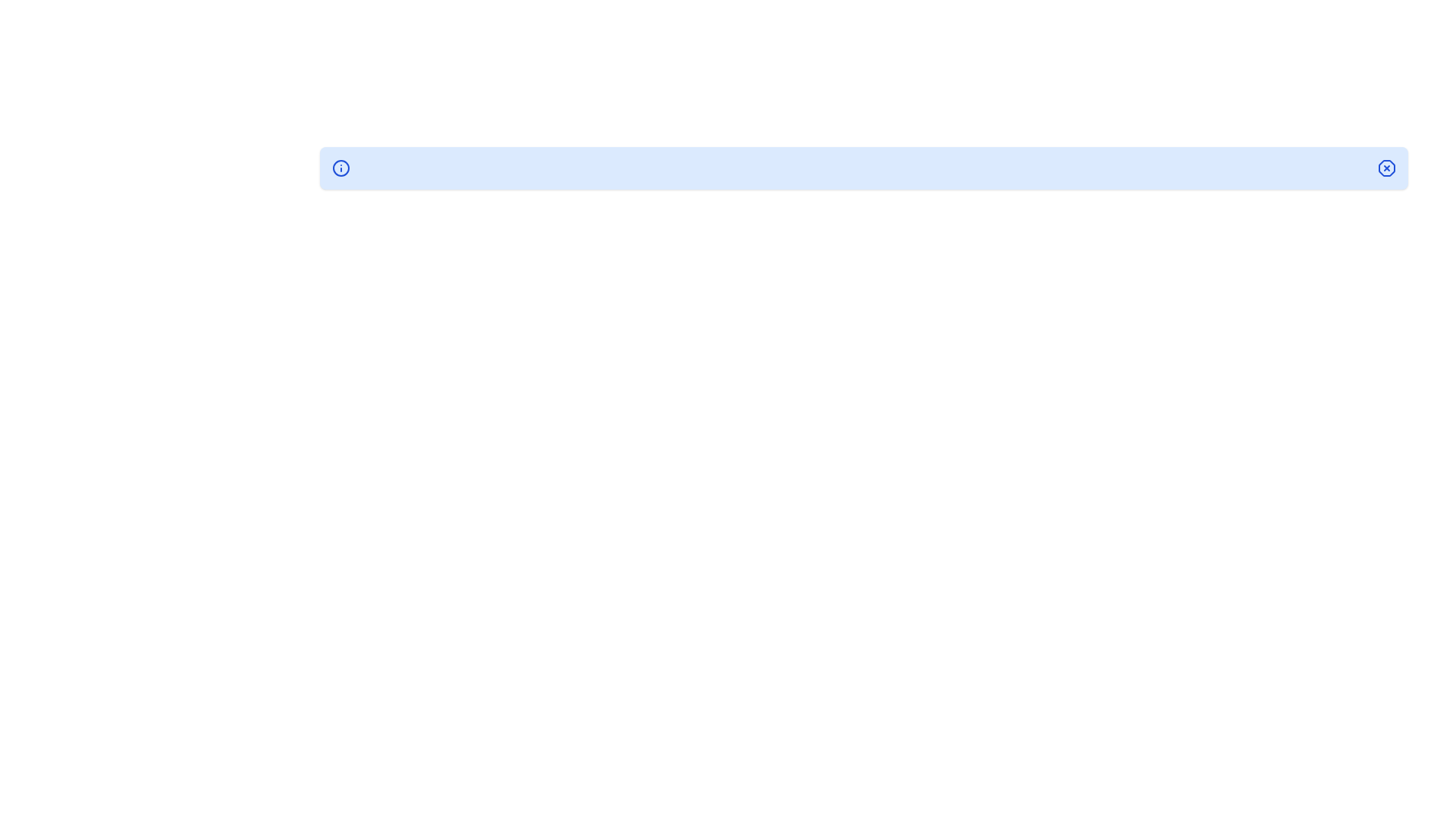 This screenshot has height=819, width=1456. What do you see at coordinates (1386, 168) in the screenshot?
I see `the small octagonal button with a blue border and an 'X' inside, located at the far right end of the blue notification bar` at bounding box center [1386, 168].